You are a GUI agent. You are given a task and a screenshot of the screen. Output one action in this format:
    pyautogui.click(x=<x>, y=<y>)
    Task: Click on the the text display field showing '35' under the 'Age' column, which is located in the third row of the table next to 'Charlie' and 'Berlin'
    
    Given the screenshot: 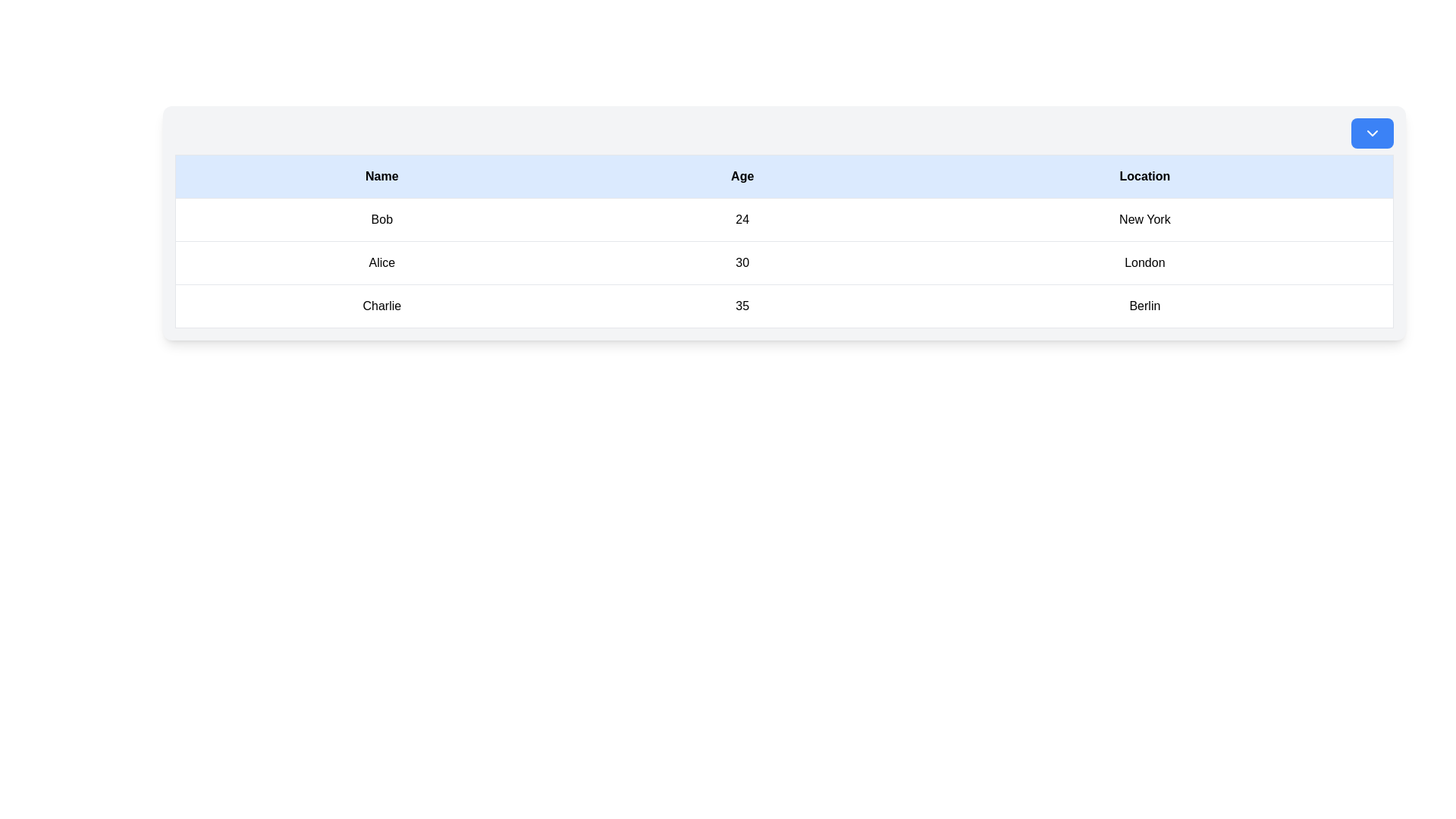 What is the action you would take?
    pyautogui.click(x=742, y=306)
    